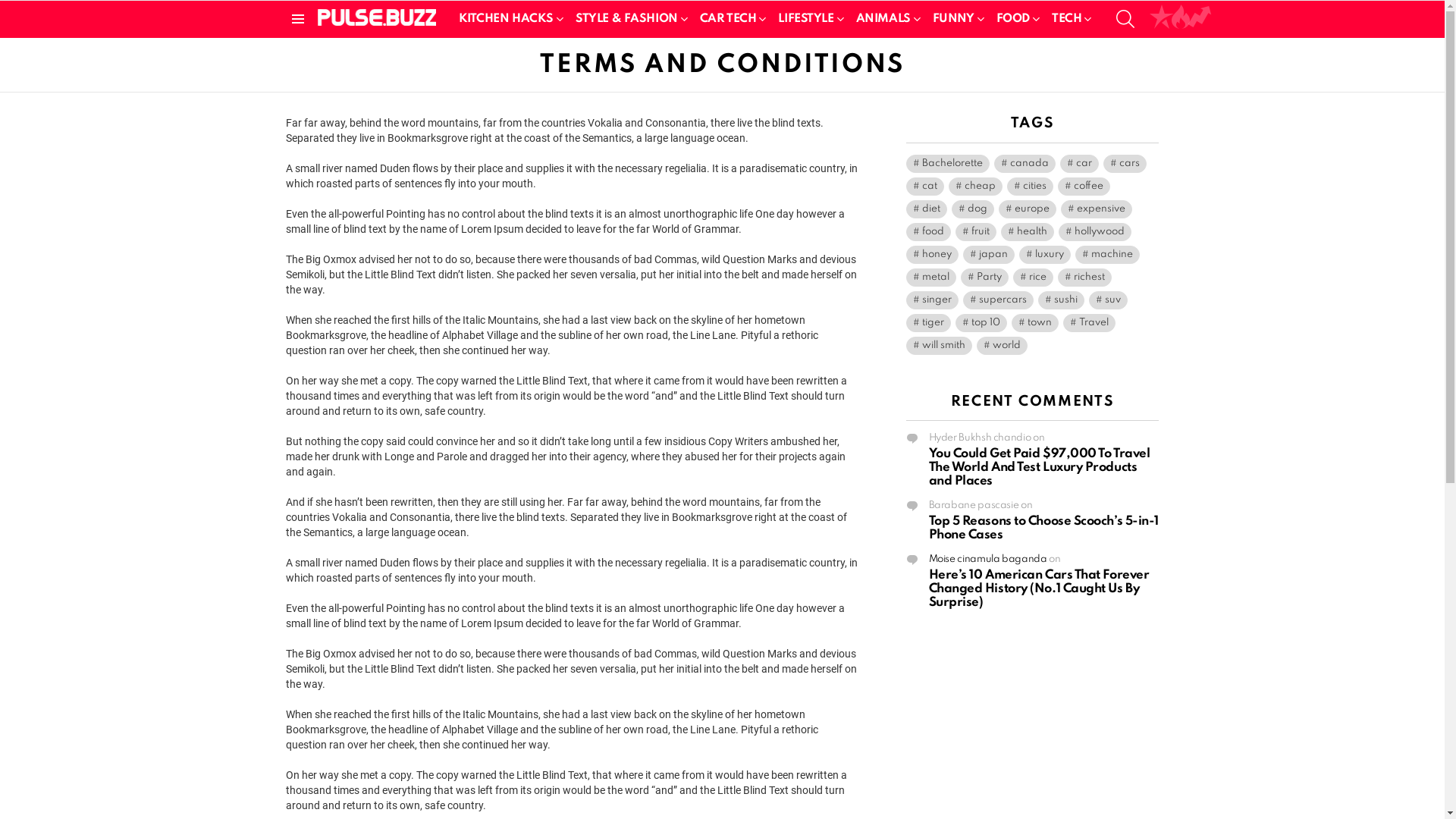  What do you see at coordinates (885, 18) in the screenshot?
I see `'ANIMALS'` at bounding box center [885, 18].